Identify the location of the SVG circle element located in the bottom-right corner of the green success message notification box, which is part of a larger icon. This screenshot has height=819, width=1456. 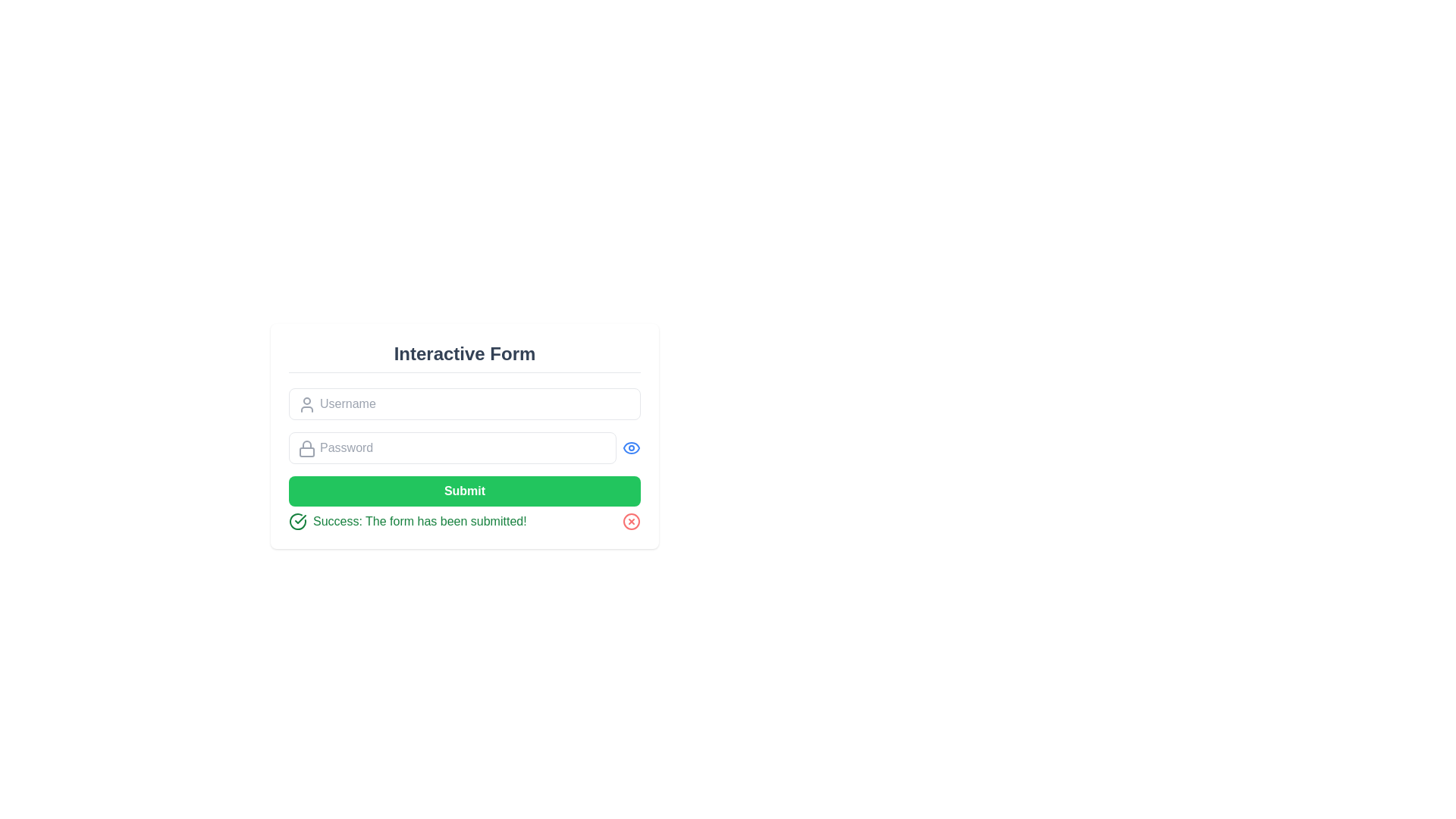
(632, 520).